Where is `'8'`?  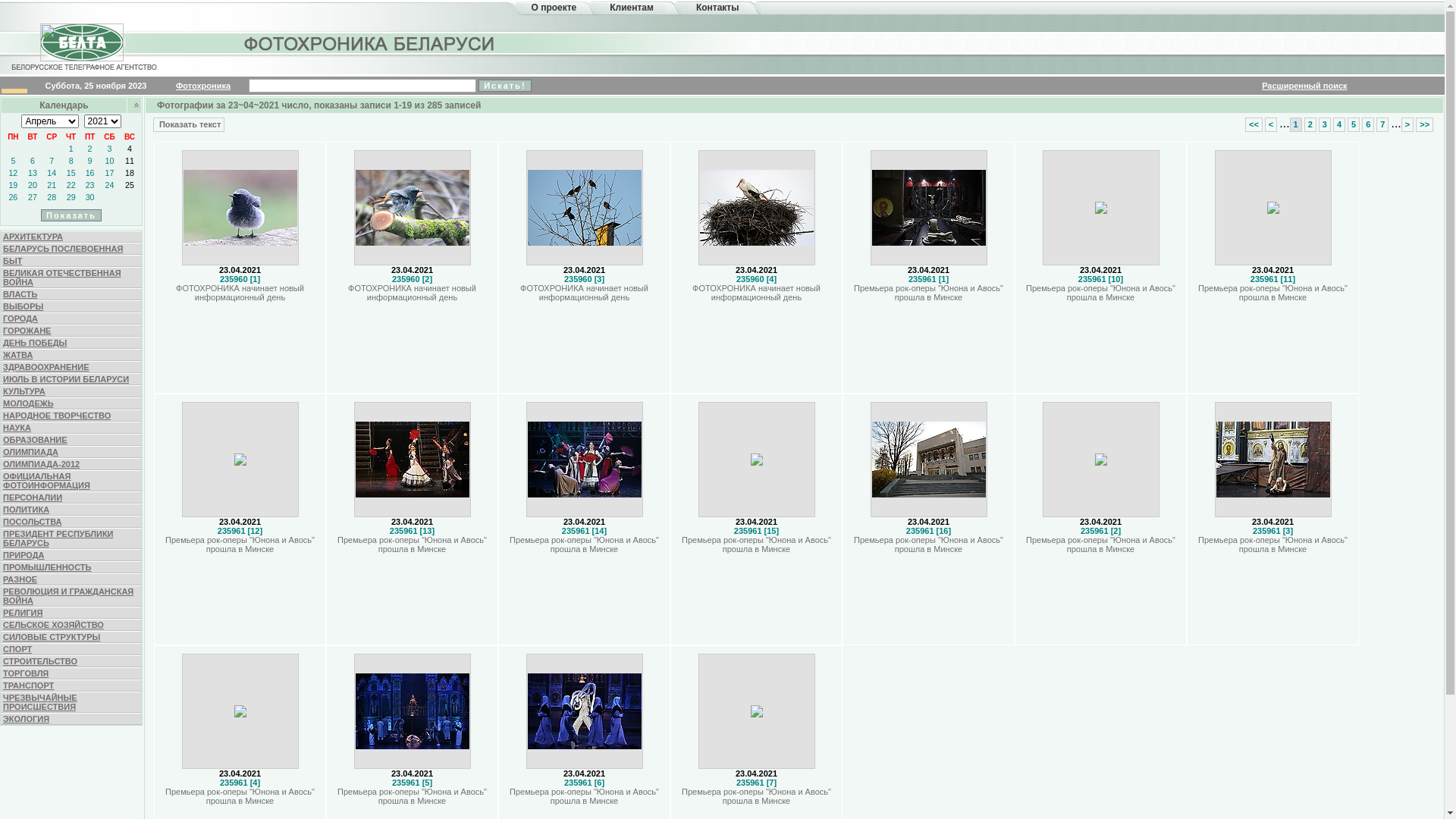 '8' is located at coordinates (71, 161).